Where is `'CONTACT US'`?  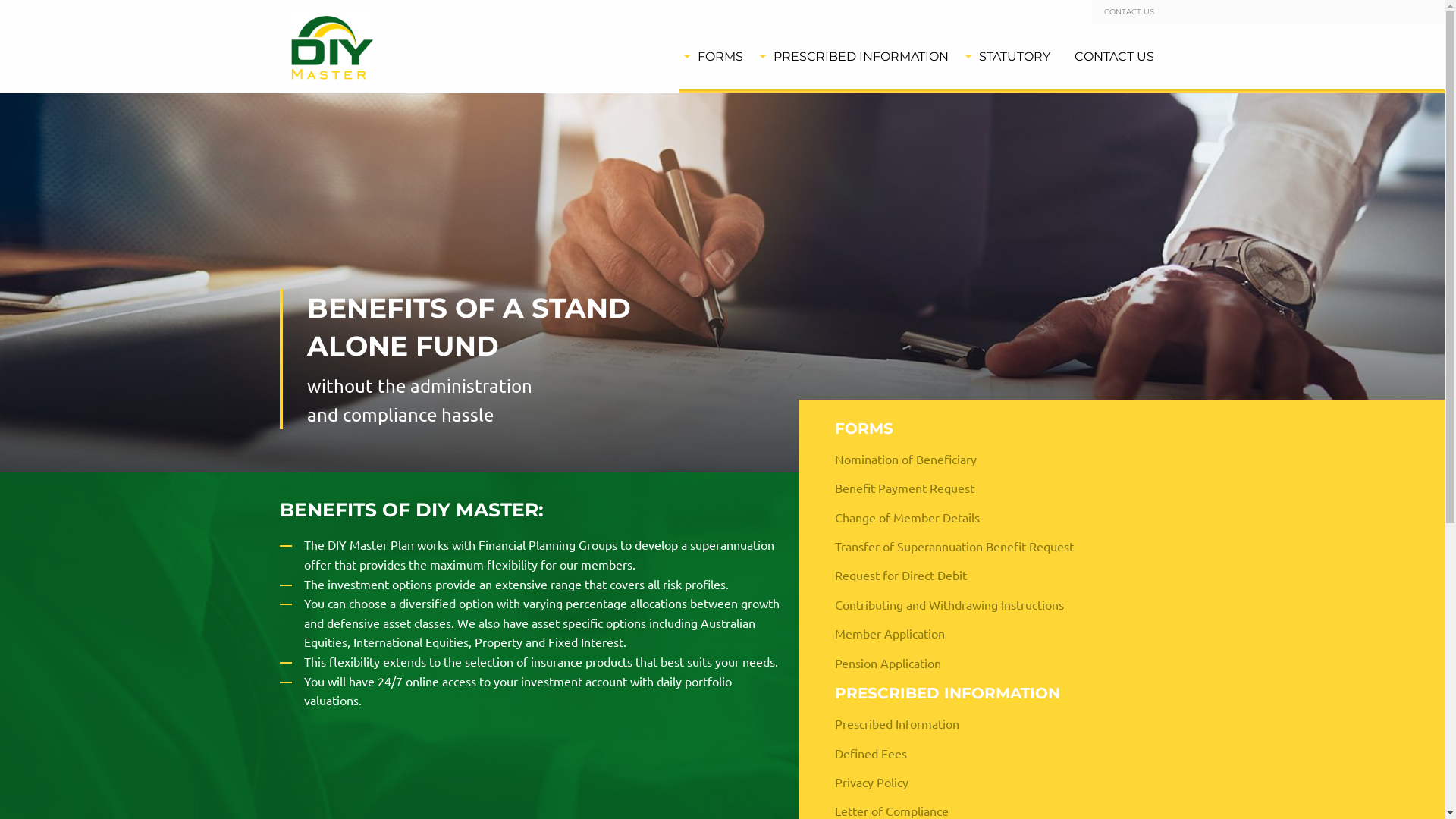
'CONTACT US' is located at coordinates (1128, 11).